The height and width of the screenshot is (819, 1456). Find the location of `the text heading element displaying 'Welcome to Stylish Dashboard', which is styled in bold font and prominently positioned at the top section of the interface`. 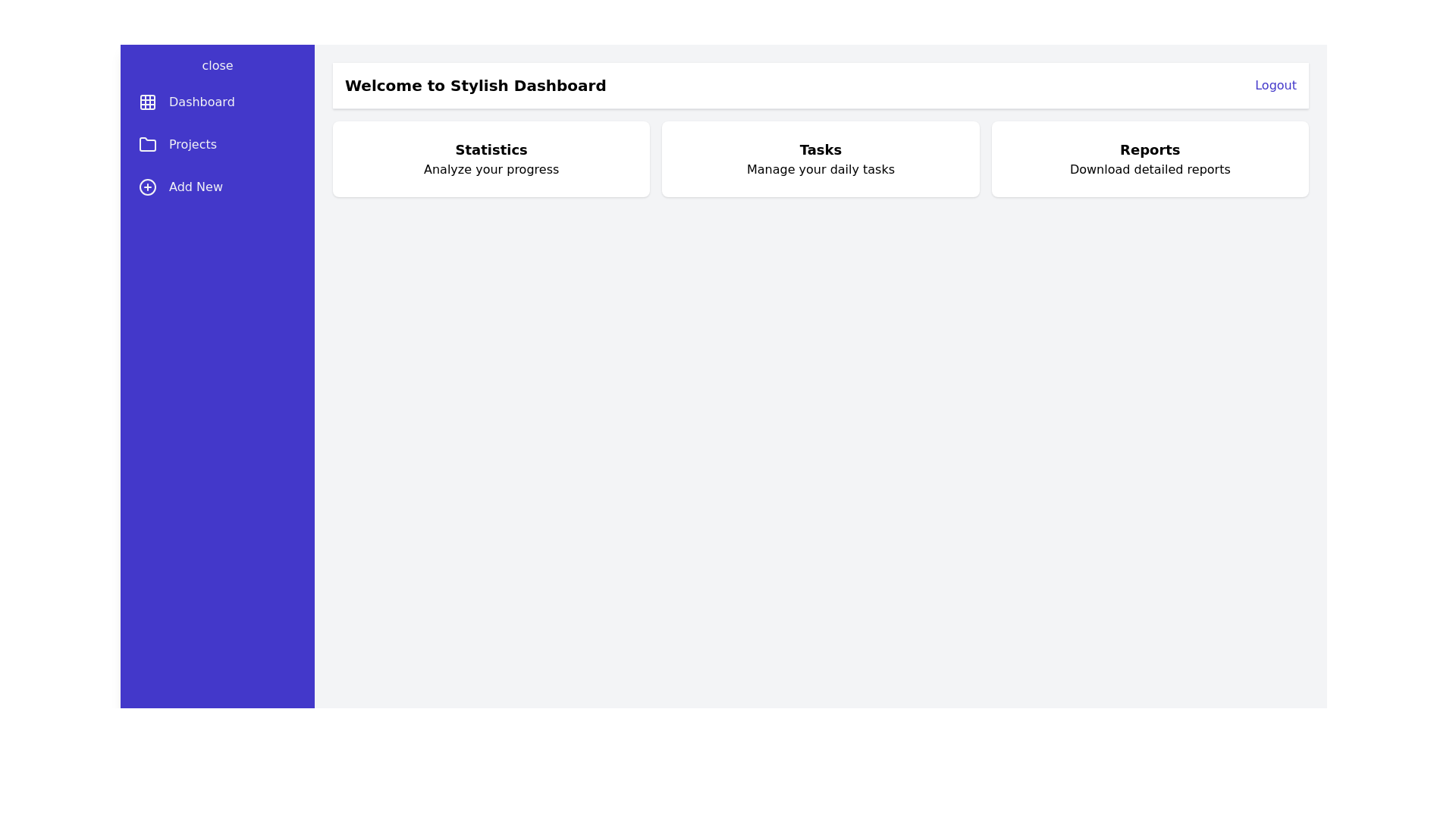

the text heading element displaying 'Welcome to Stylish Dashboard', which is styled in bold font and prominently positioned at the top section of the interface is located at coordinates (475, 85).